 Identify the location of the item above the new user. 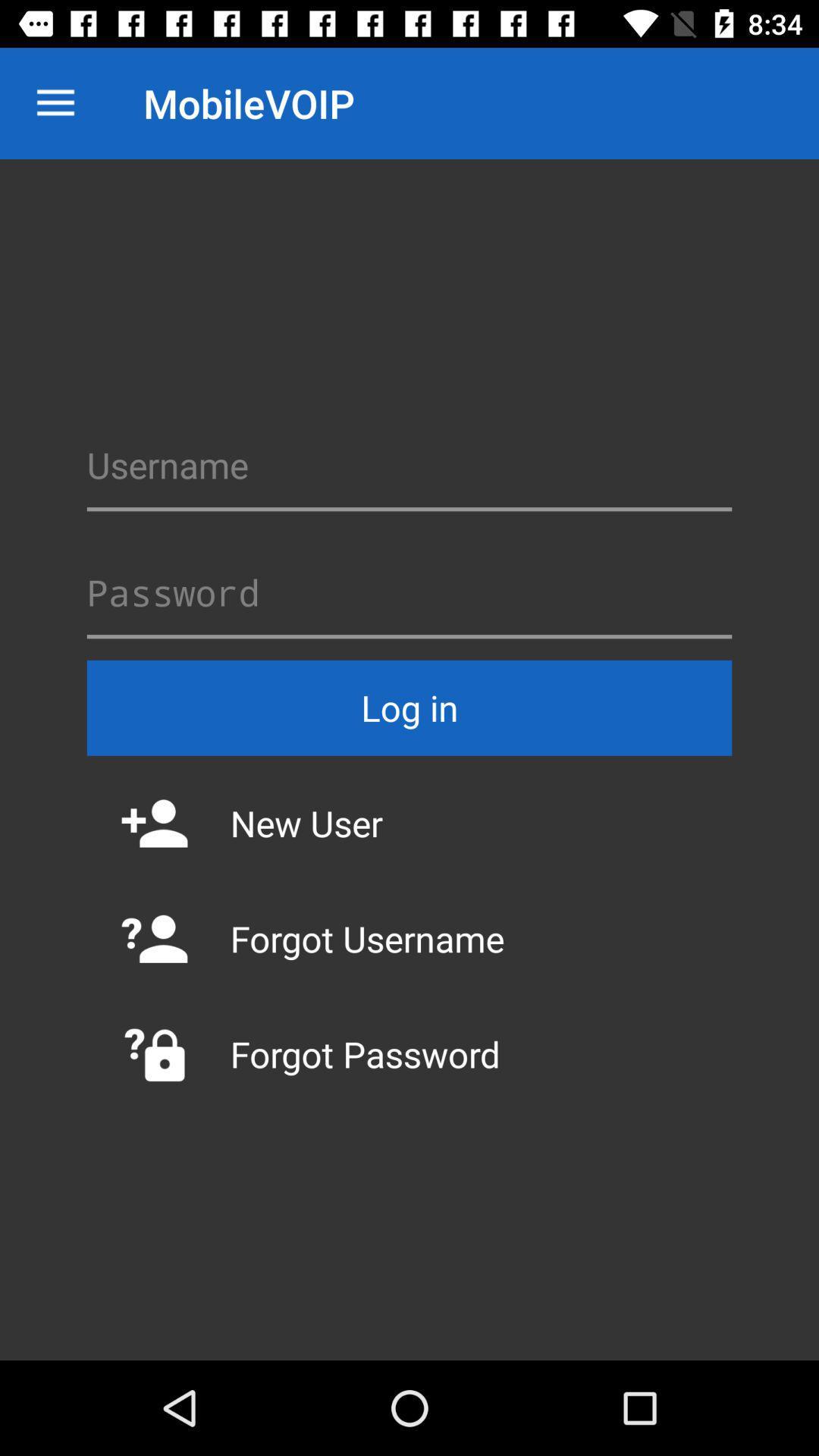
(409, 707).